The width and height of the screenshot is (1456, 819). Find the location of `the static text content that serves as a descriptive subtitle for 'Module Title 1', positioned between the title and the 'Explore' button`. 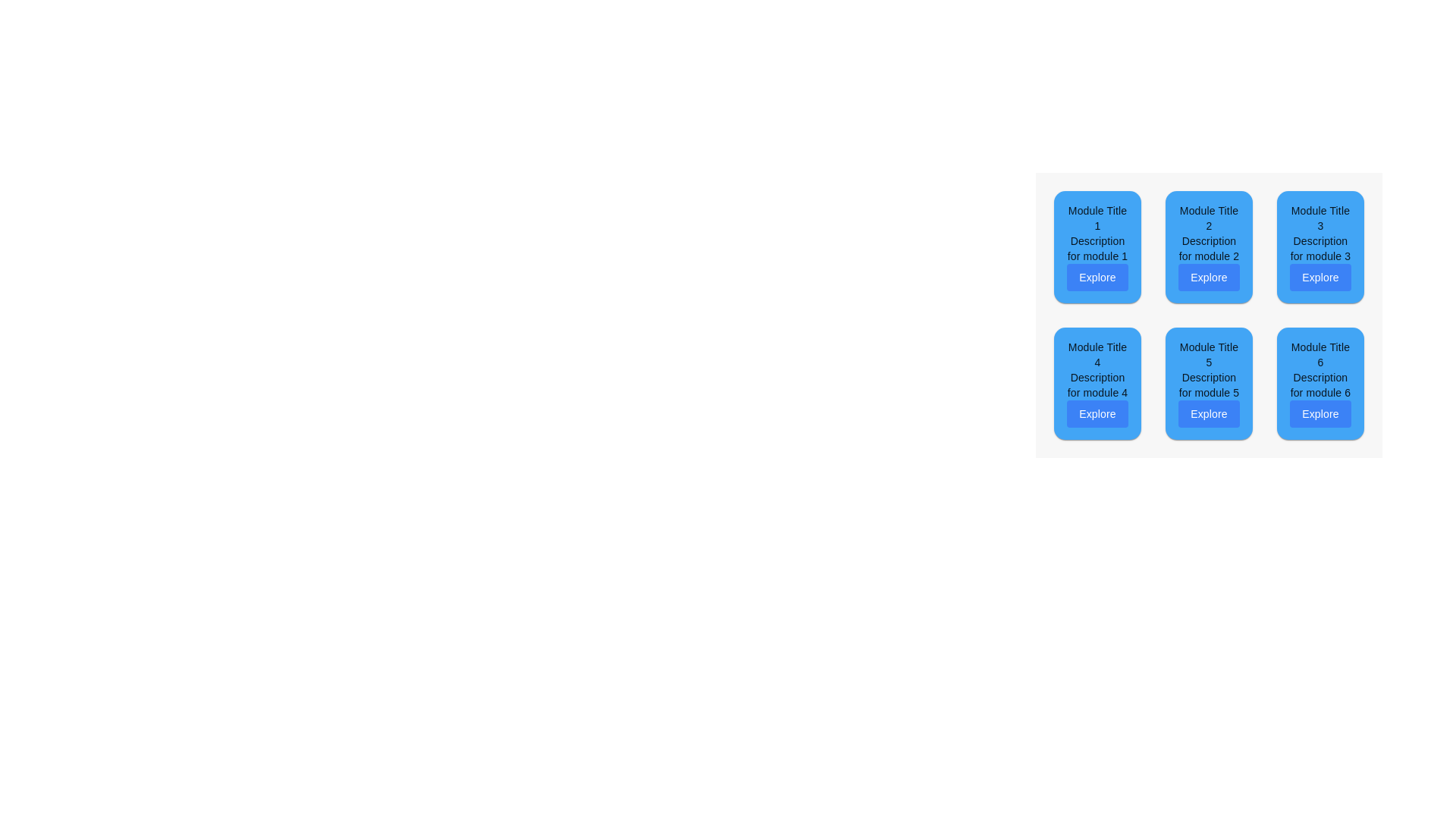

the static text content that serves as a descriptive subtitle for 'Module Title 1', positioned between the title and the 'Explore' button is located at coordinates (1097, 248).